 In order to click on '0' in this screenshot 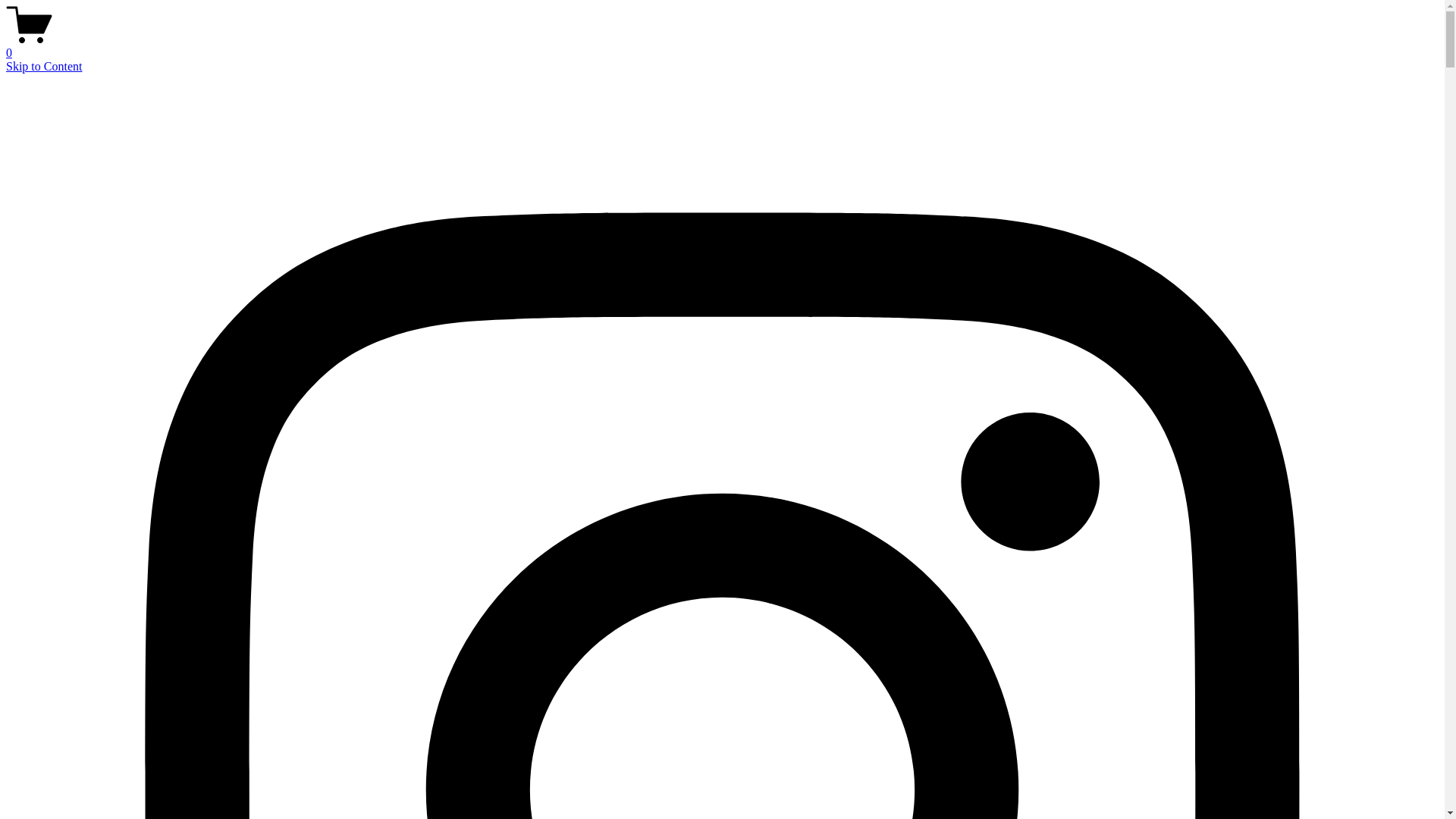, I will do `click(6, 45)`.